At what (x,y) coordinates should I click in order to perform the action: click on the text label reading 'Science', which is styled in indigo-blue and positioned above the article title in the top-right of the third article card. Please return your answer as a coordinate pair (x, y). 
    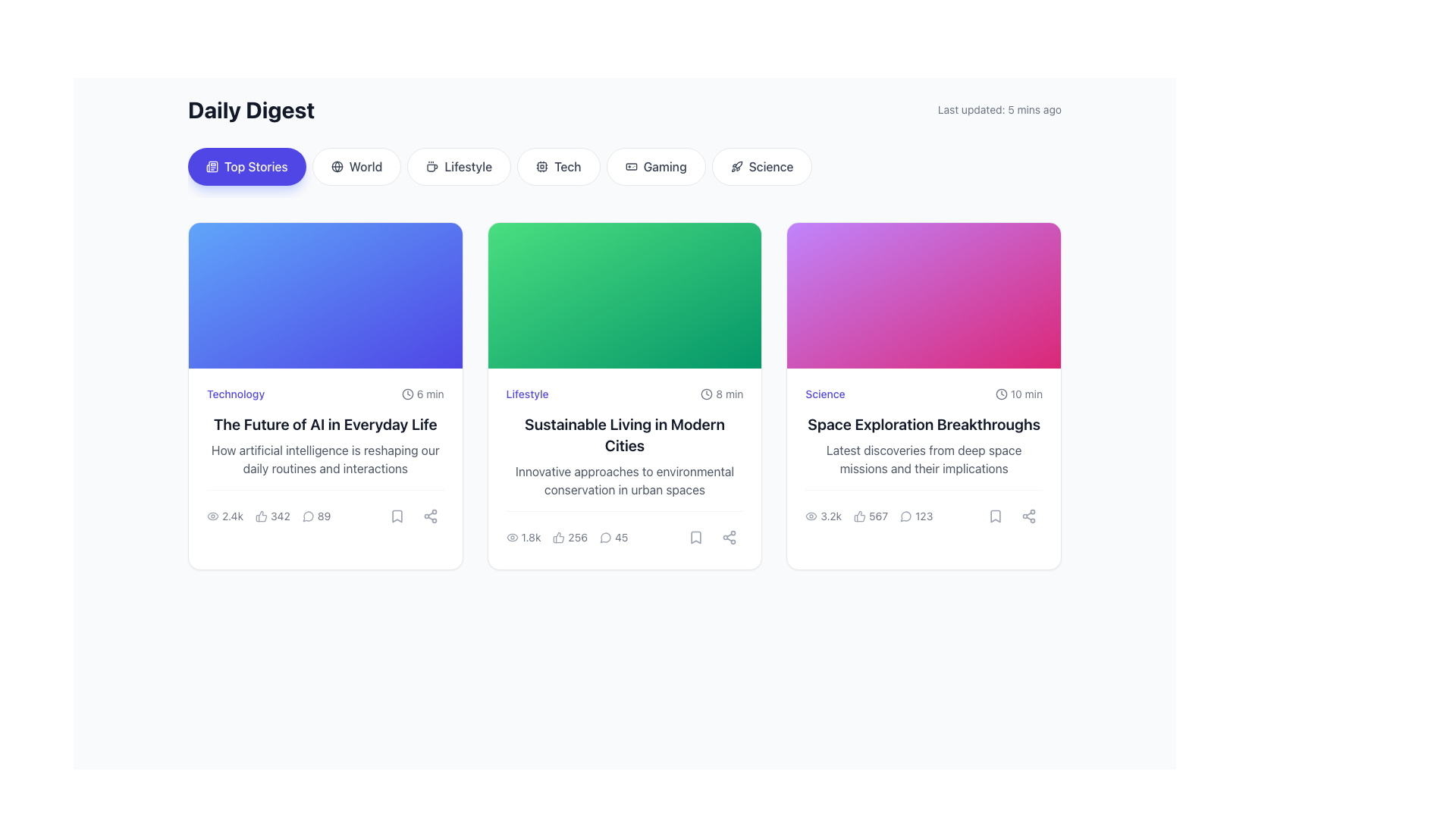
    Looking at the image, I should click on (824, 394).